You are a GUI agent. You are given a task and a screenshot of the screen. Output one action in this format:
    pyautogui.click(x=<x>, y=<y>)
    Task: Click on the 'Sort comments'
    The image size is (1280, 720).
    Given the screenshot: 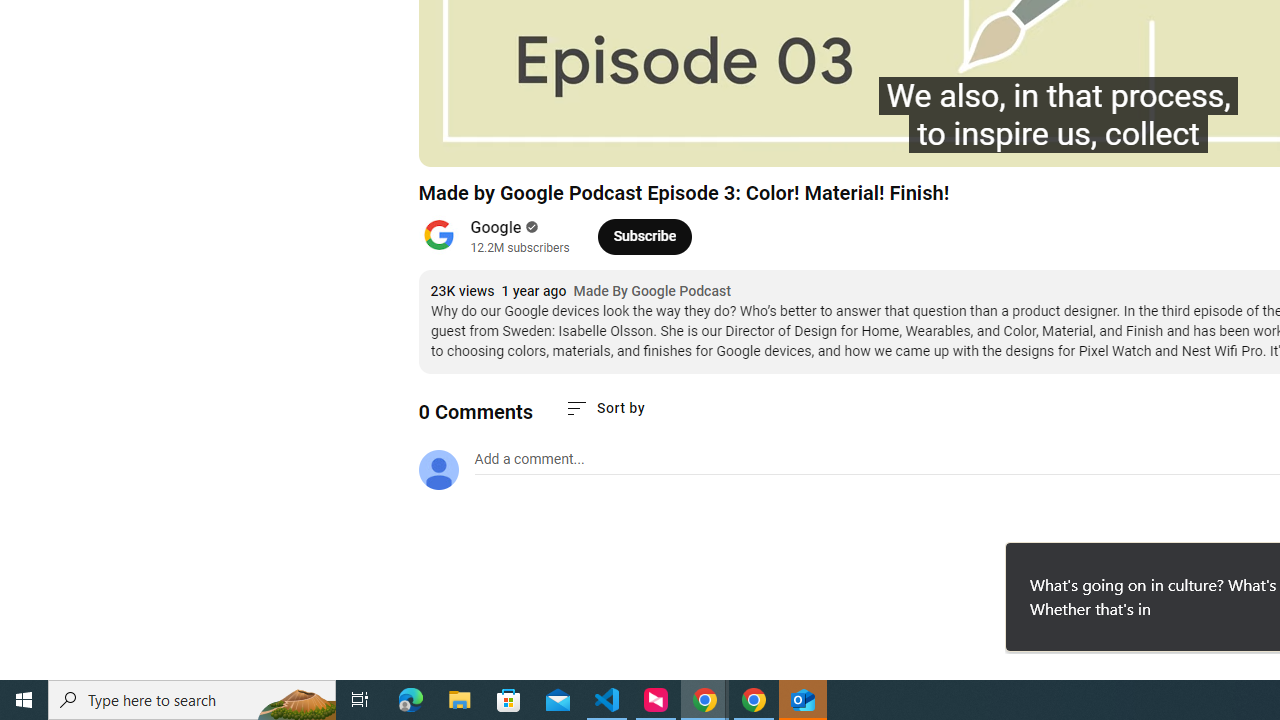 What is the action you would take?
    pyautogui.click(x=603, y=407)
    